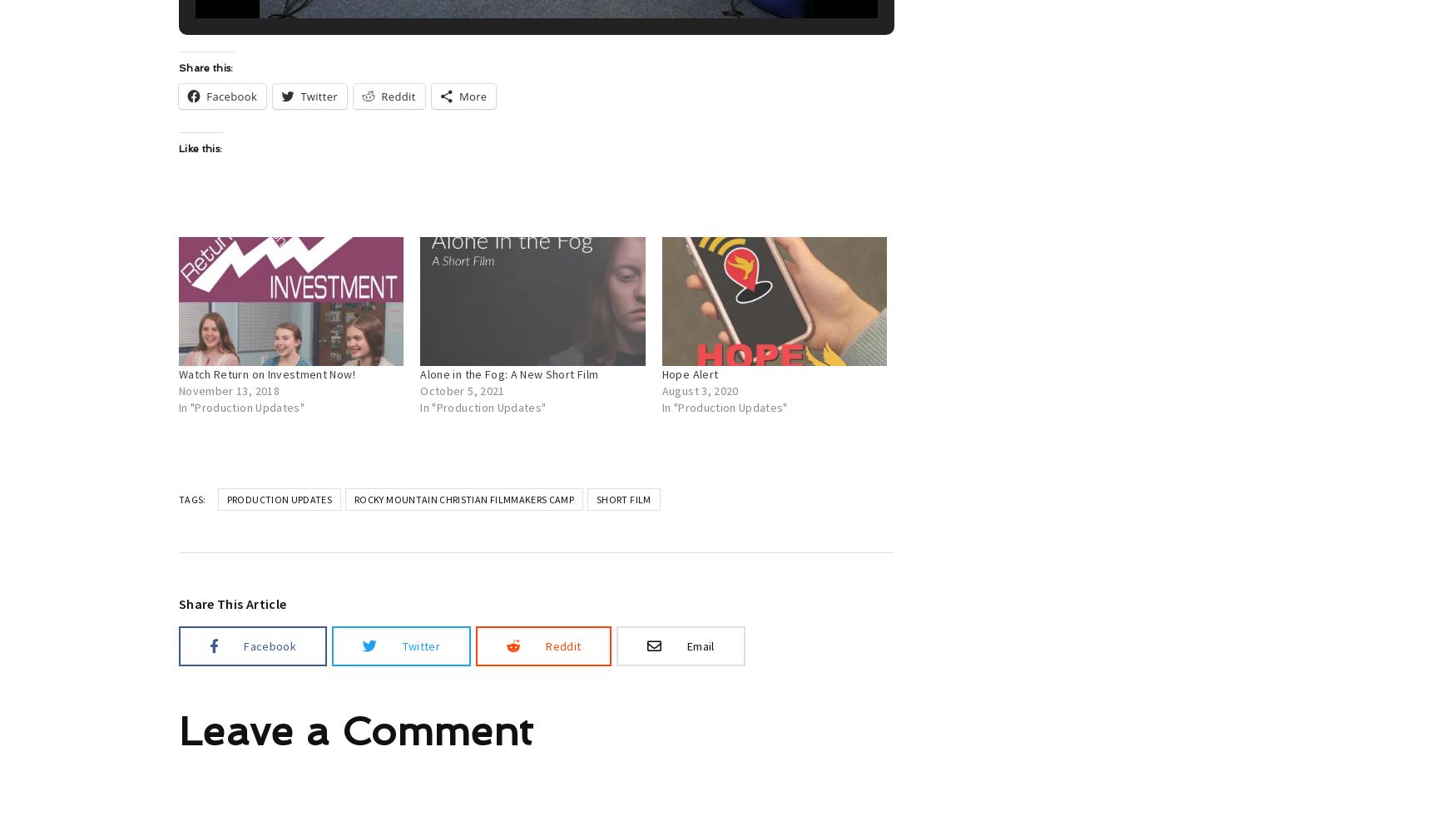 This screenshot has width=1456, height=821. Describe the element at coordinates (354, 730) in the screenshot. I see `'Leave a Comment'` at that location.